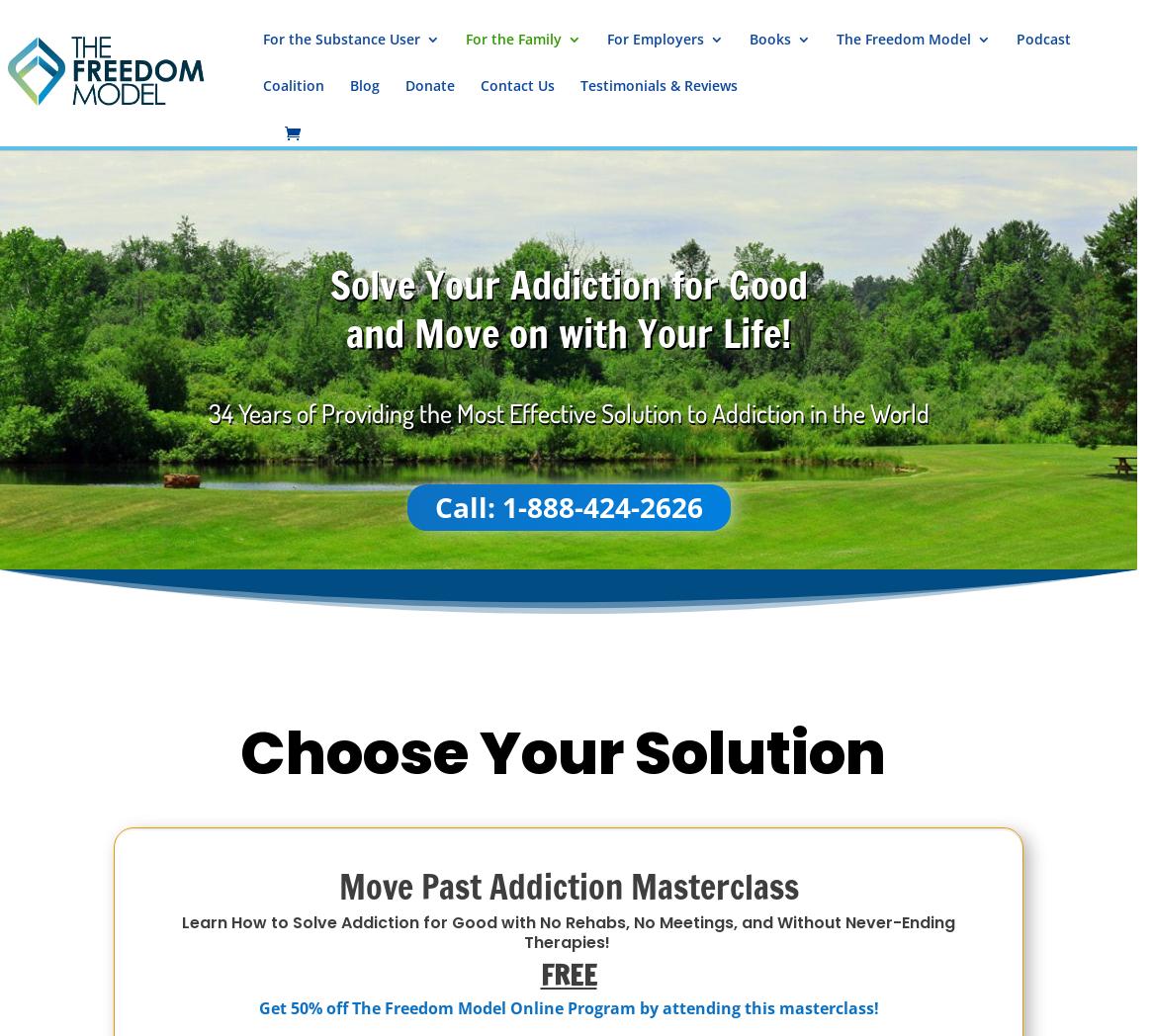 The width and height of the screenshot is (1153, 1036). What do you see at coordinates (700, 385) in the screenshot?
I see `'The Clean Slate'` at bounding box center [700, 385].